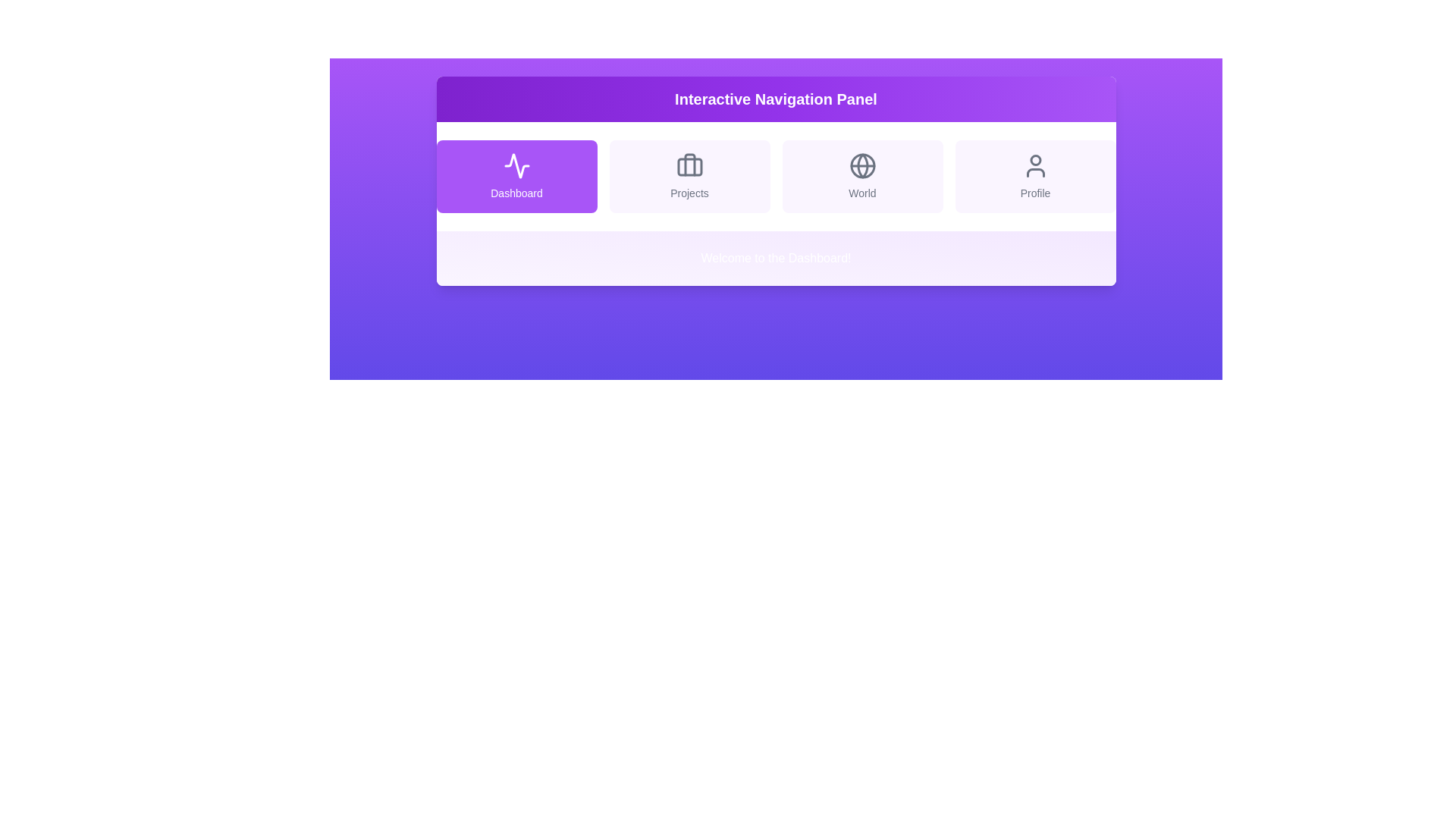  Describe the element at coordinates (1034, 160) in the screenshot. I see `the circular head of the user profile icon located in the fourth slot of the navigation bar labeled 'Profile'` at that location.